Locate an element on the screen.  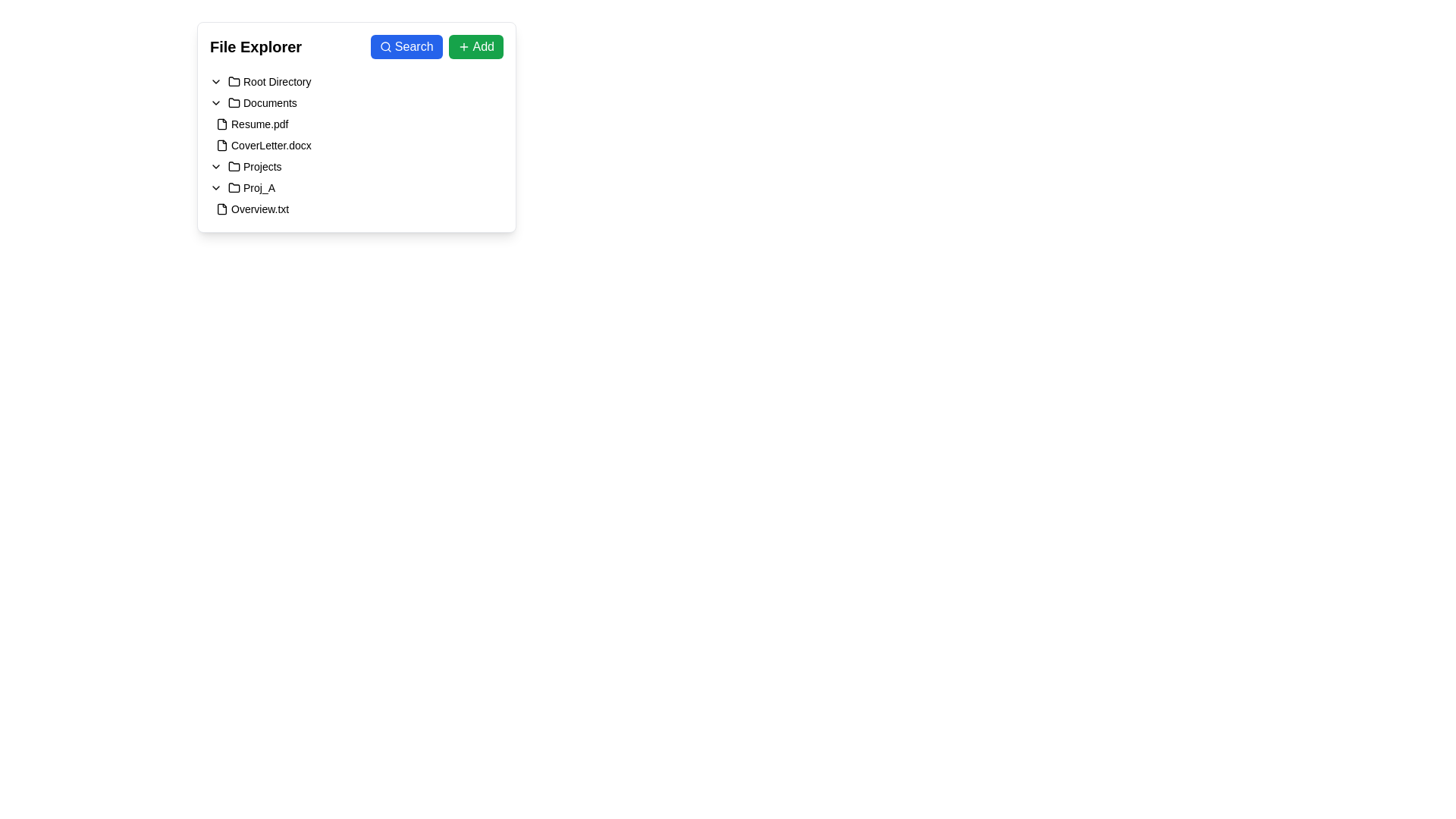
the file entry represented by the file icon for 'Resume.pdf' in the file explorer interface is located at coordinates (221, 124).